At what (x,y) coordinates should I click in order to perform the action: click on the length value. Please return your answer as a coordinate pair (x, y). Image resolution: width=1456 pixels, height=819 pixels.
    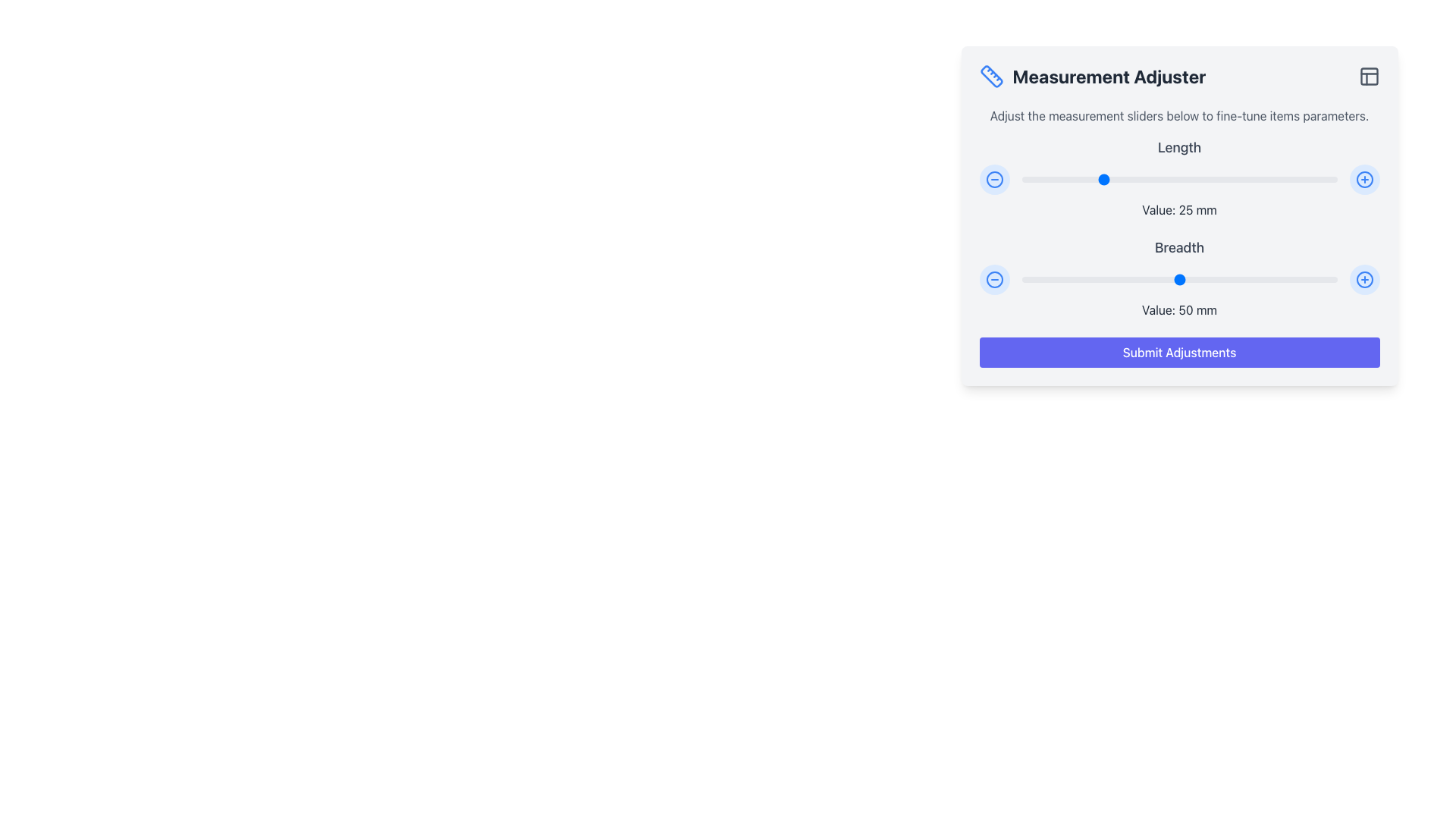
    Looking at the image, I should click on (1144, 178).